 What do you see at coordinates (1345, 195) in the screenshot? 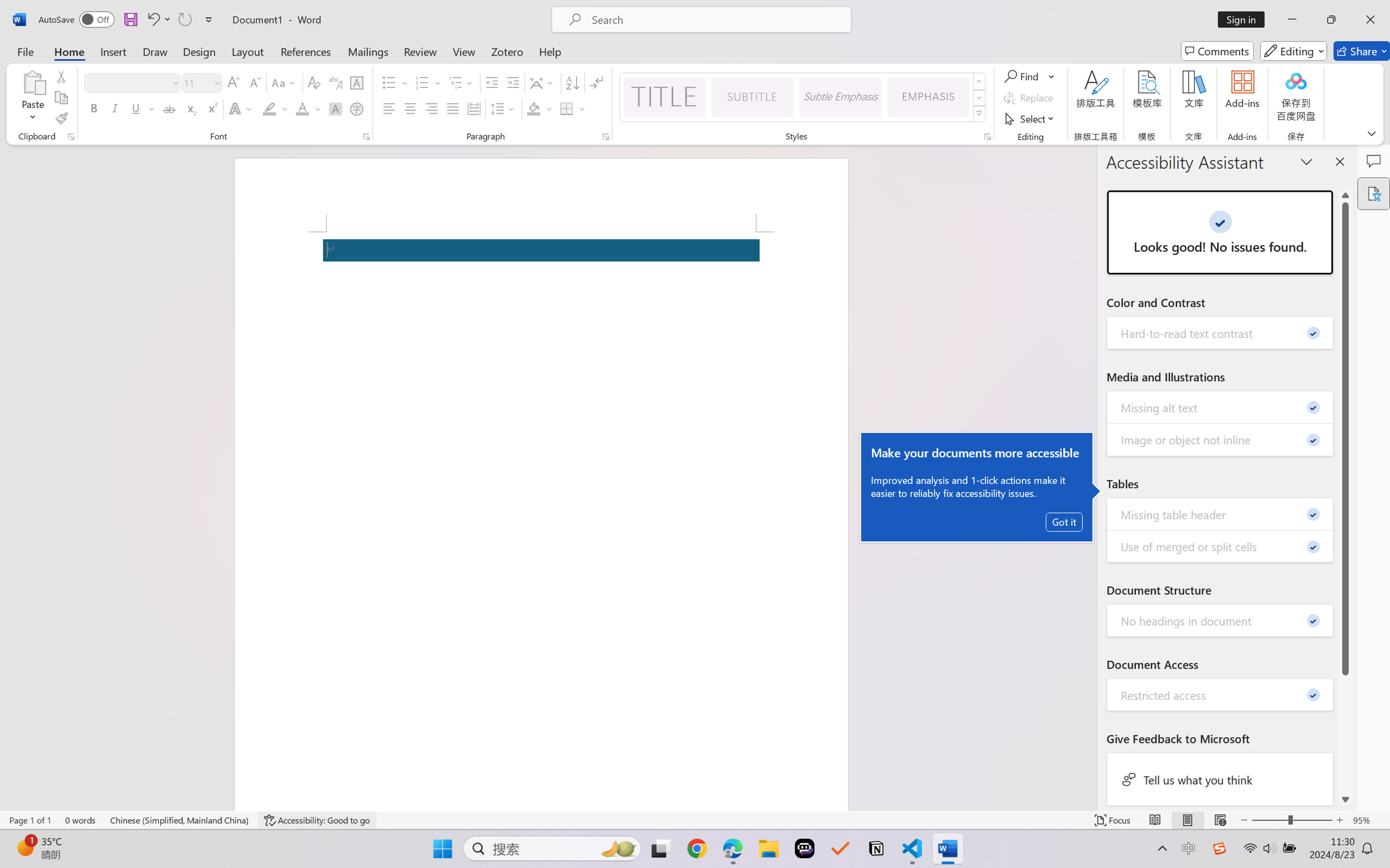
I see `'Line up'` at bounding box center [1345, 195].